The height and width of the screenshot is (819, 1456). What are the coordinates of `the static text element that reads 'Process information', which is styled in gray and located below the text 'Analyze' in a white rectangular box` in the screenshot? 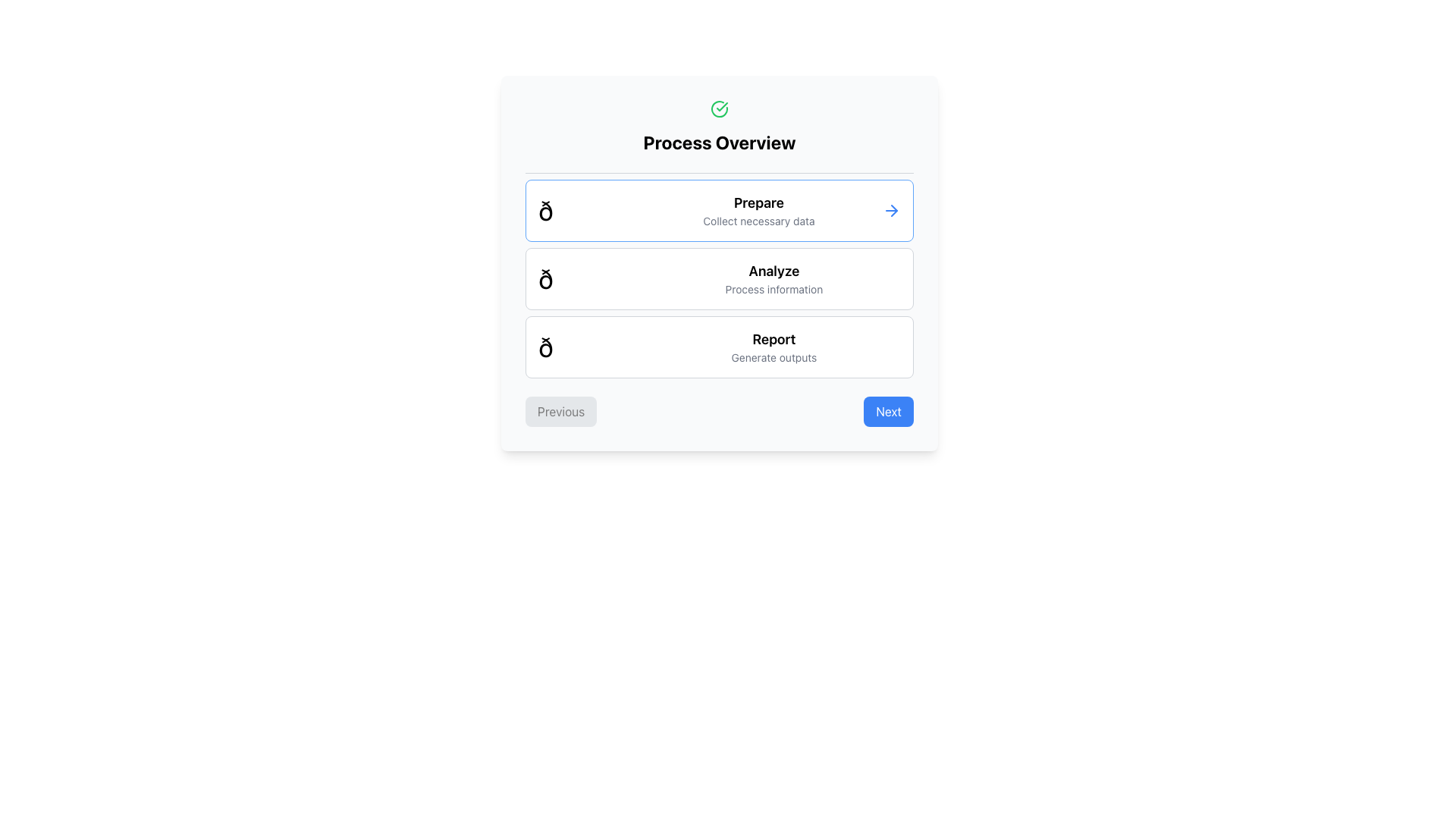 It's located at (773, 289).